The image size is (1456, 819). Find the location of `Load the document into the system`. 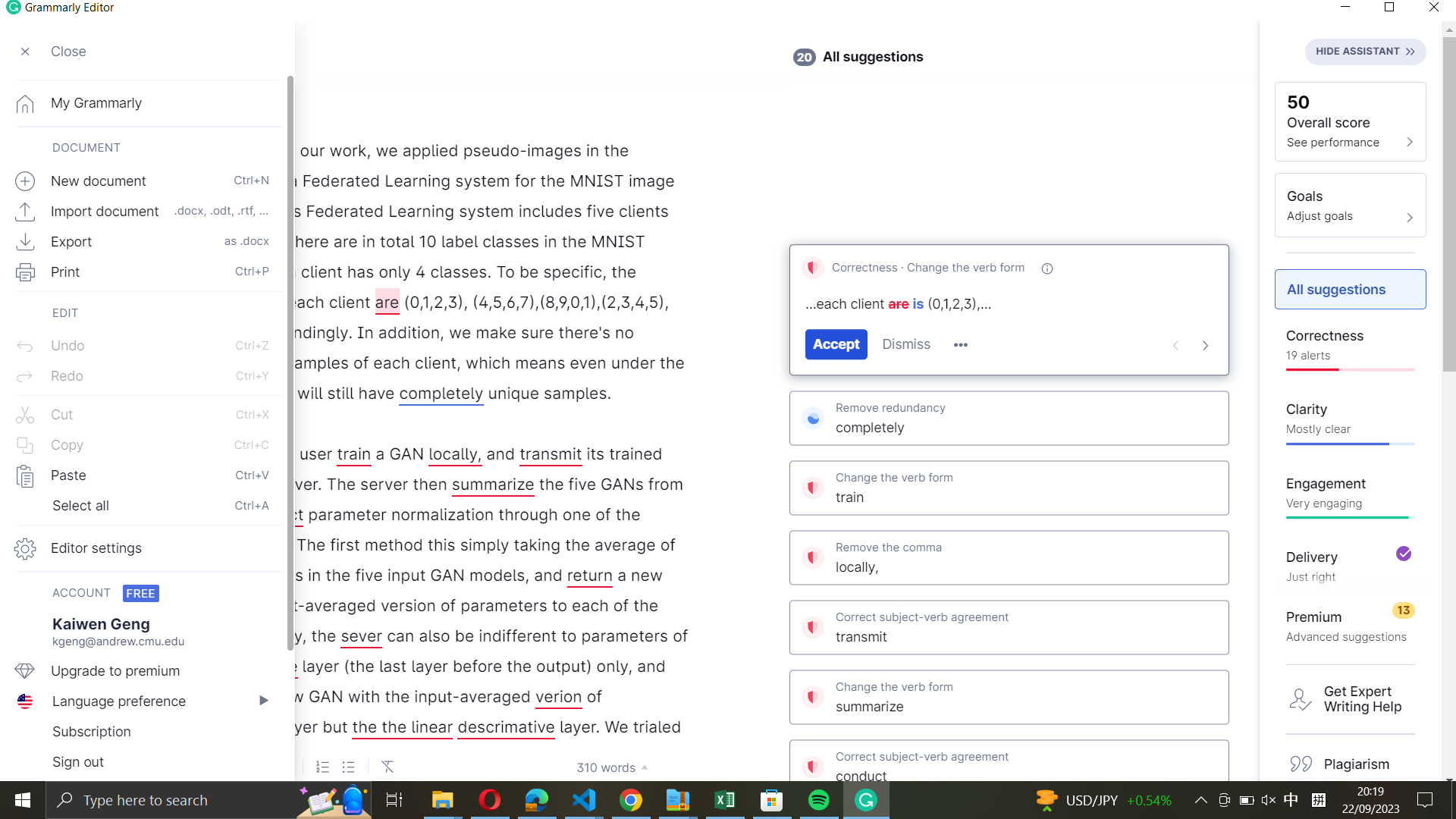

Load the document into the system is located at coordinates (143, 209).